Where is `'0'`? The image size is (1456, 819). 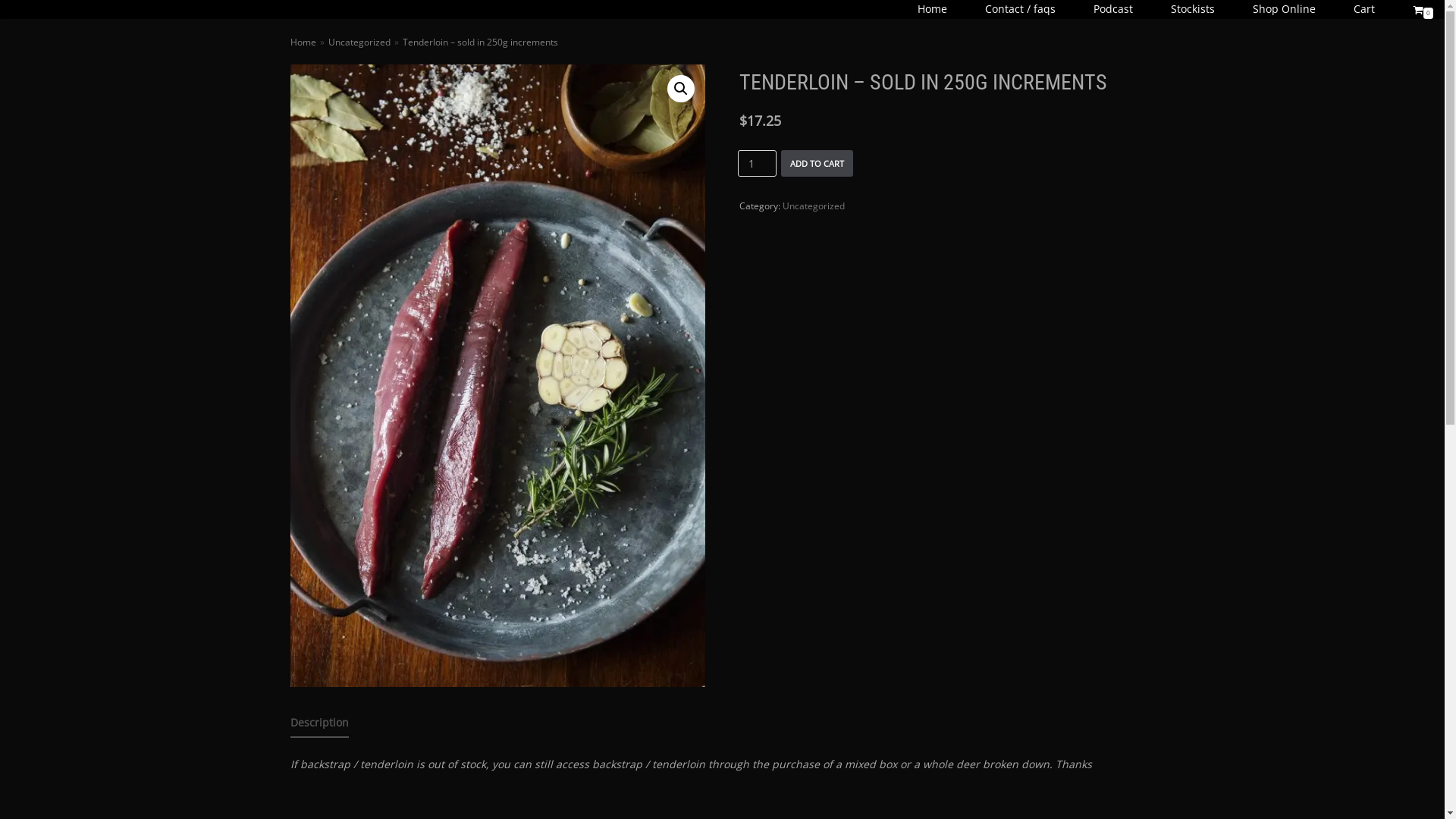
'0' is located at coordinates (1422, 9).